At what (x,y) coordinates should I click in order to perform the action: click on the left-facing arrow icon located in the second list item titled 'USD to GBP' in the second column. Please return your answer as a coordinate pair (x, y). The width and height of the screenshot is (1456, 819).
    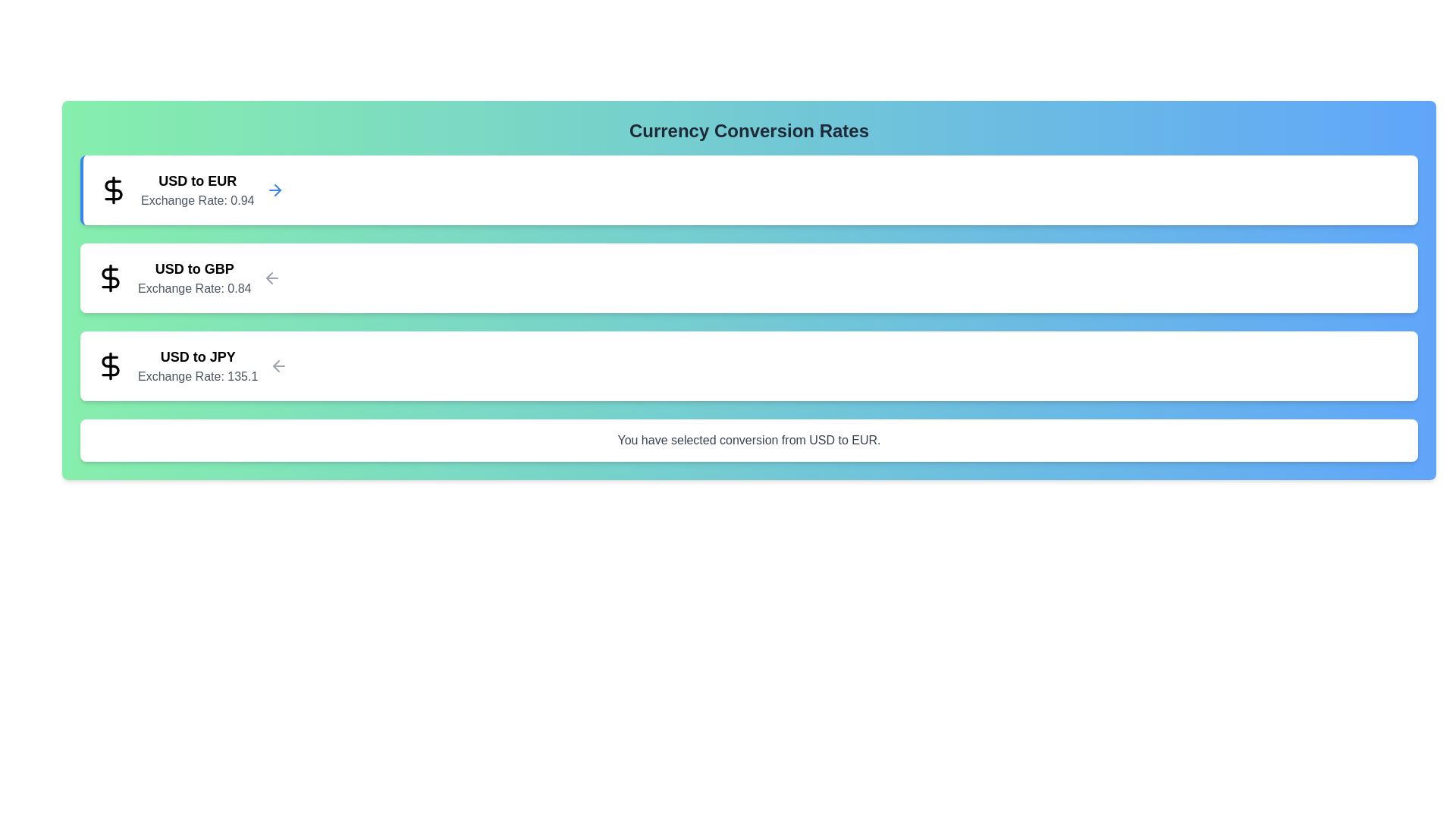
    Looking at the image, I should click on (276, 366).